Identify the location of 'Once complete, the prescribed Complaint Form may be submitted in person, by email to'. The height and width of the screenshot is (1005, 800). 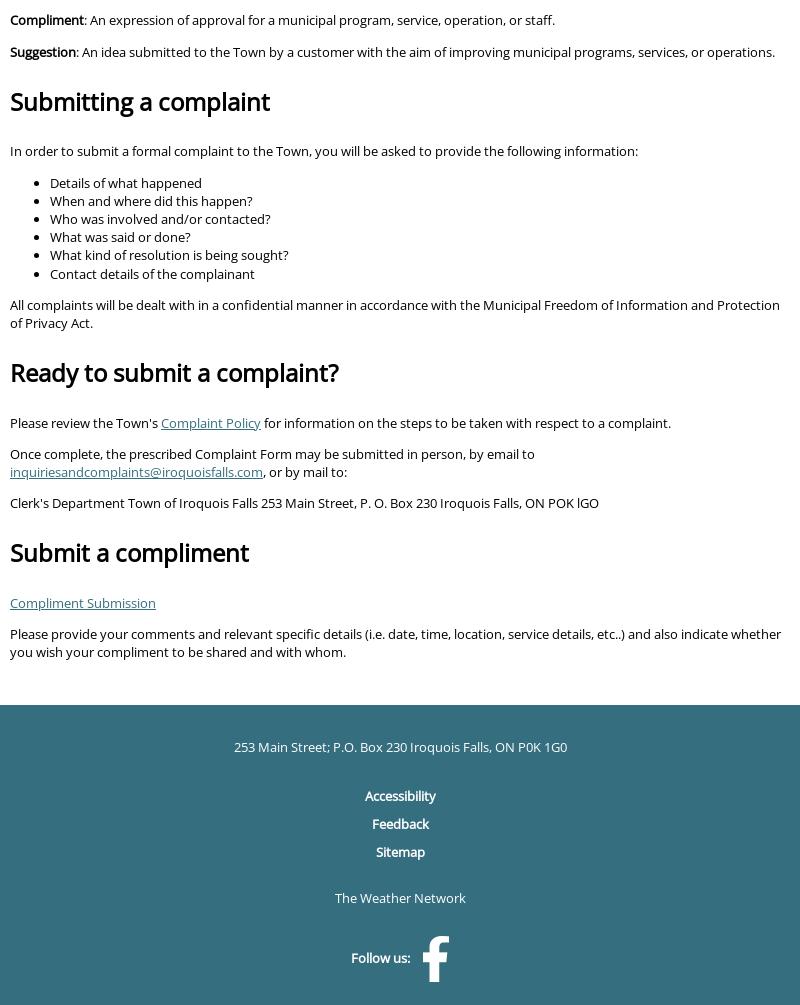
(272, 452).